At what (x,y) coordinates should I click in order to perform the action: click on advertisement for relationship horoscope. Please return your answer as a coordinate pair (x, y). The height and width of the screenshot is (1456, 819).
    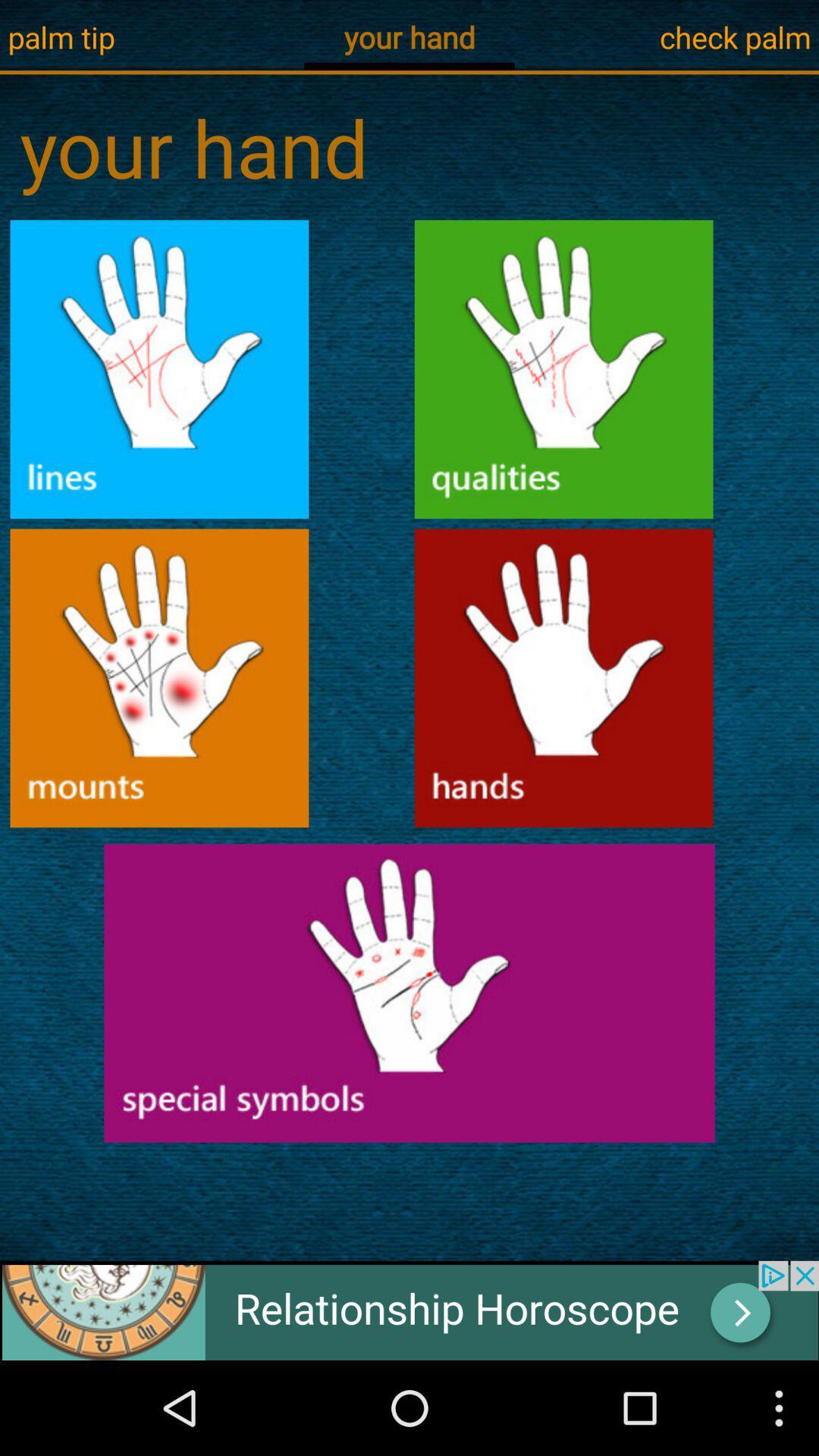
    Looking at the image, I should click on (409, 1310).